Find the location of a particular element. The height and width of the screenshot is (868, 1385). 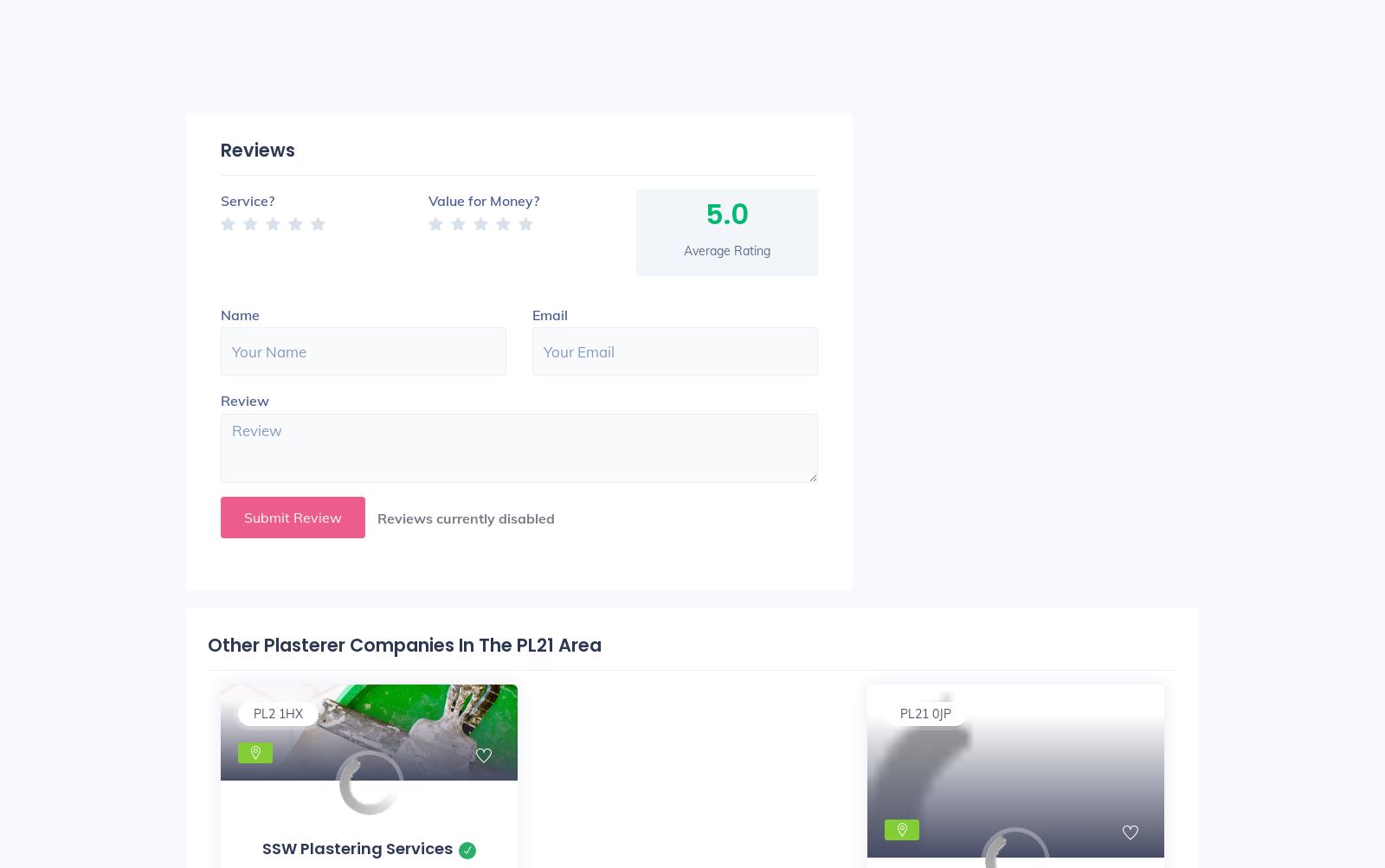

'Value for Money?' is located at coordinates (483, 199).